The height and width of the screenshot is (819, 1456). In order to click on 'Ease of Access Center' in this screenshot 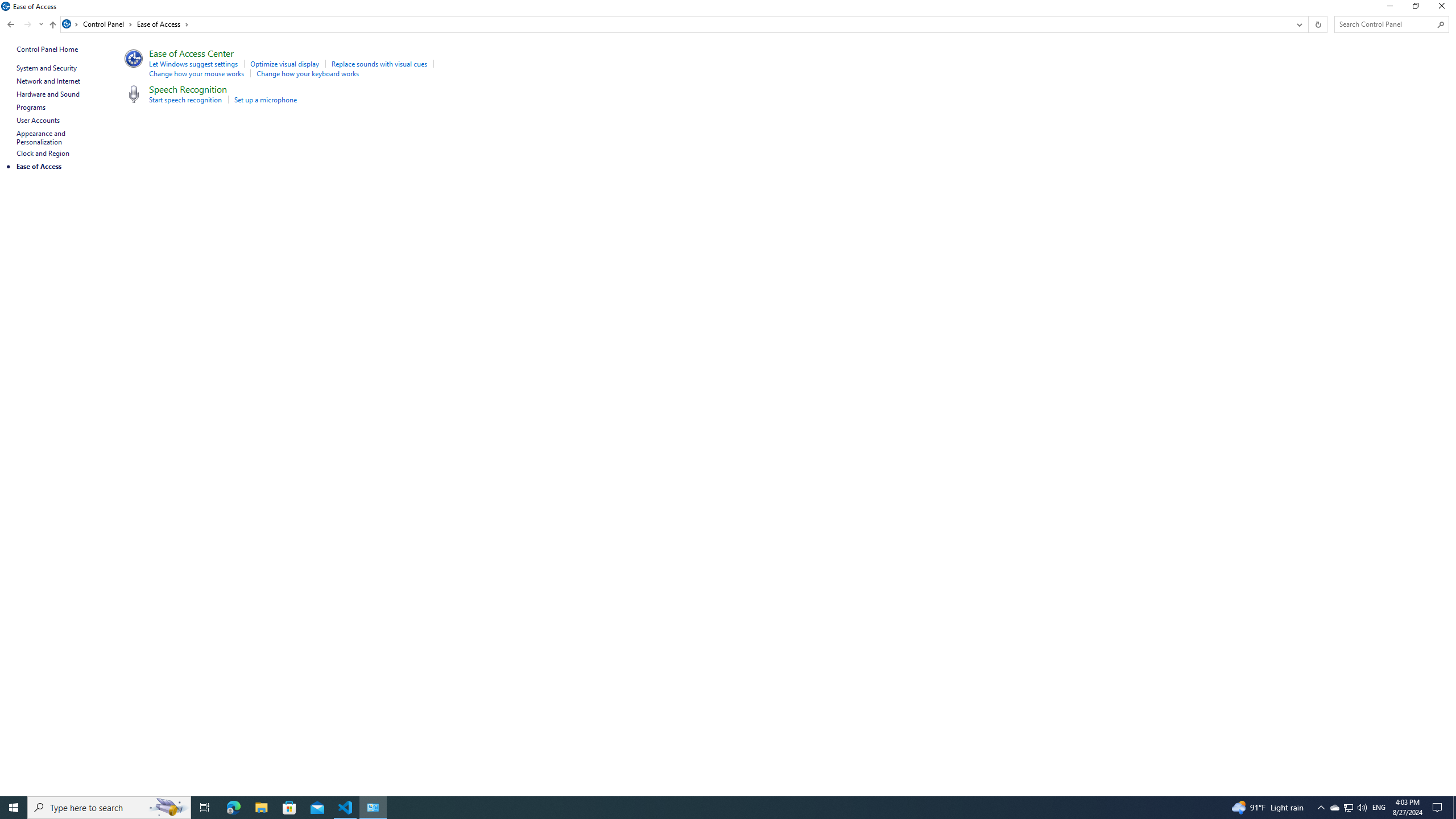, I will do `click(191, 52)`.